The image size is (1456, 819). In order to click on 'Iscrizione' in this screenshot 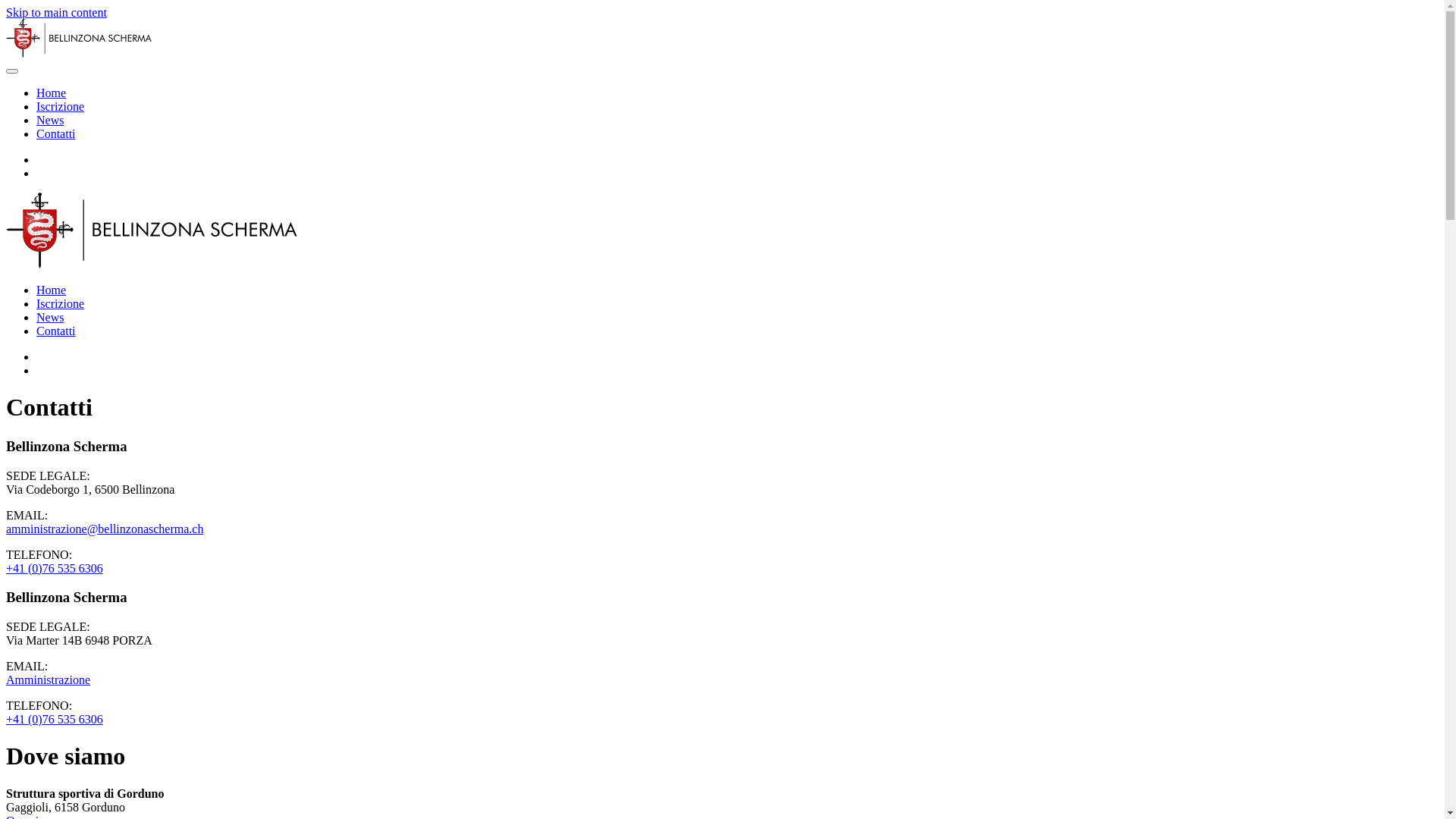, I will do `click(60, 105)`.